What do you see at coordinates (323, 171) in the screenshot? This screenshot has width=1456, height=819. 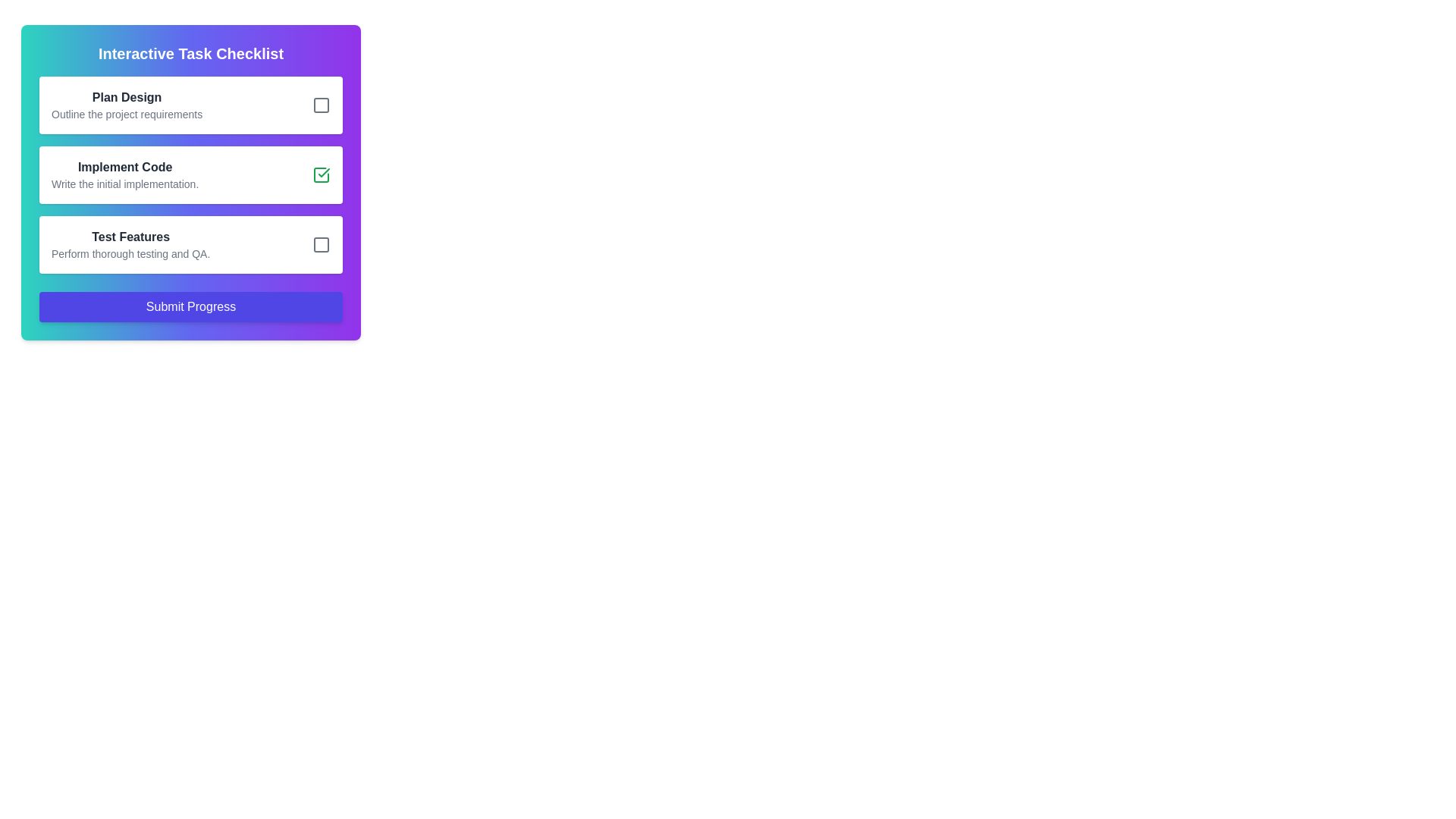 I see `the green check mark icon located within the second item of the 'Interactive Task Checklist', corresponding to the 'Implement Code' step` at bounding box center [323, 171].